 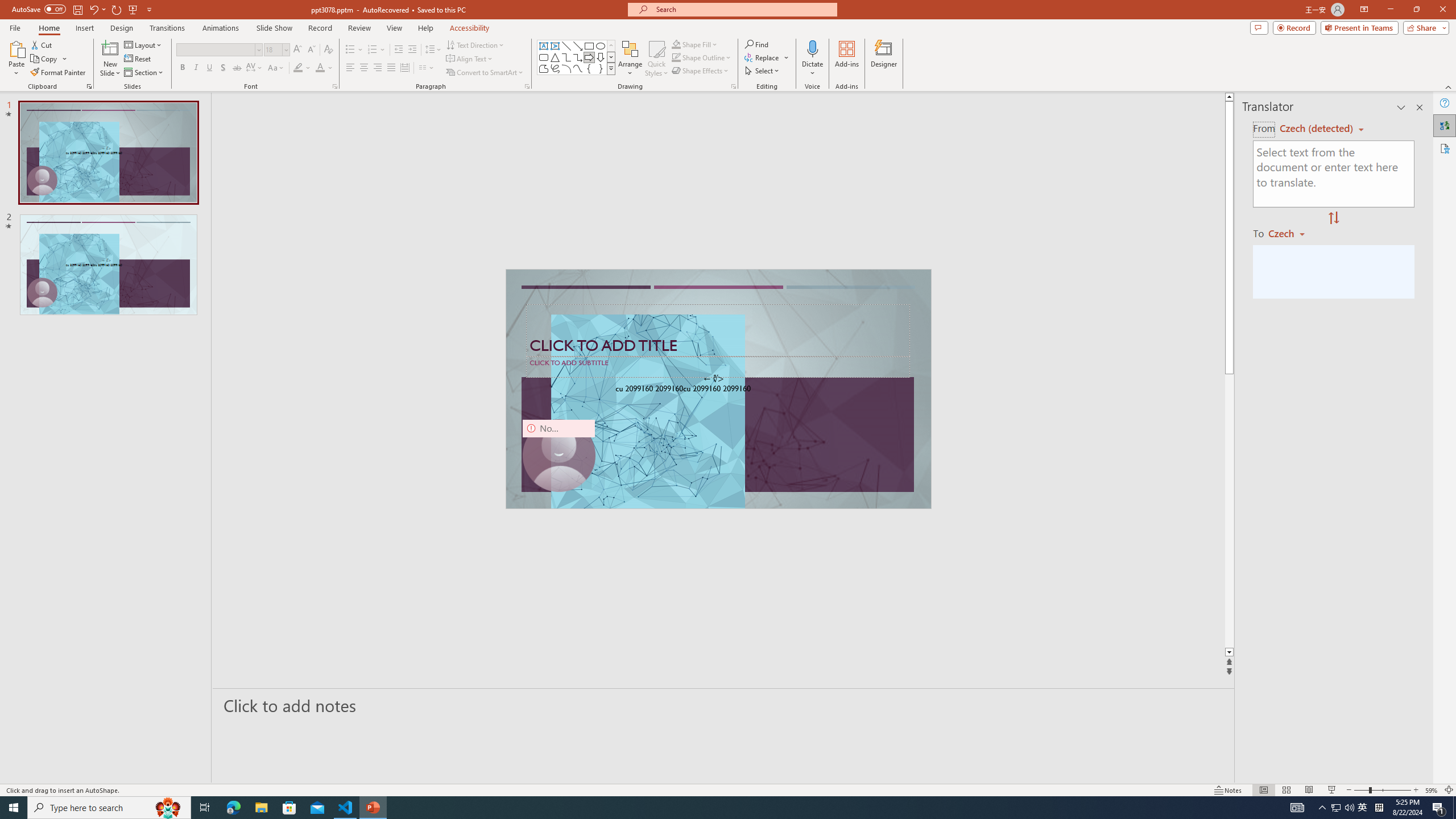 I want to click on 'wangyian_webcrawler - DSW', so click(x=23, y=249).